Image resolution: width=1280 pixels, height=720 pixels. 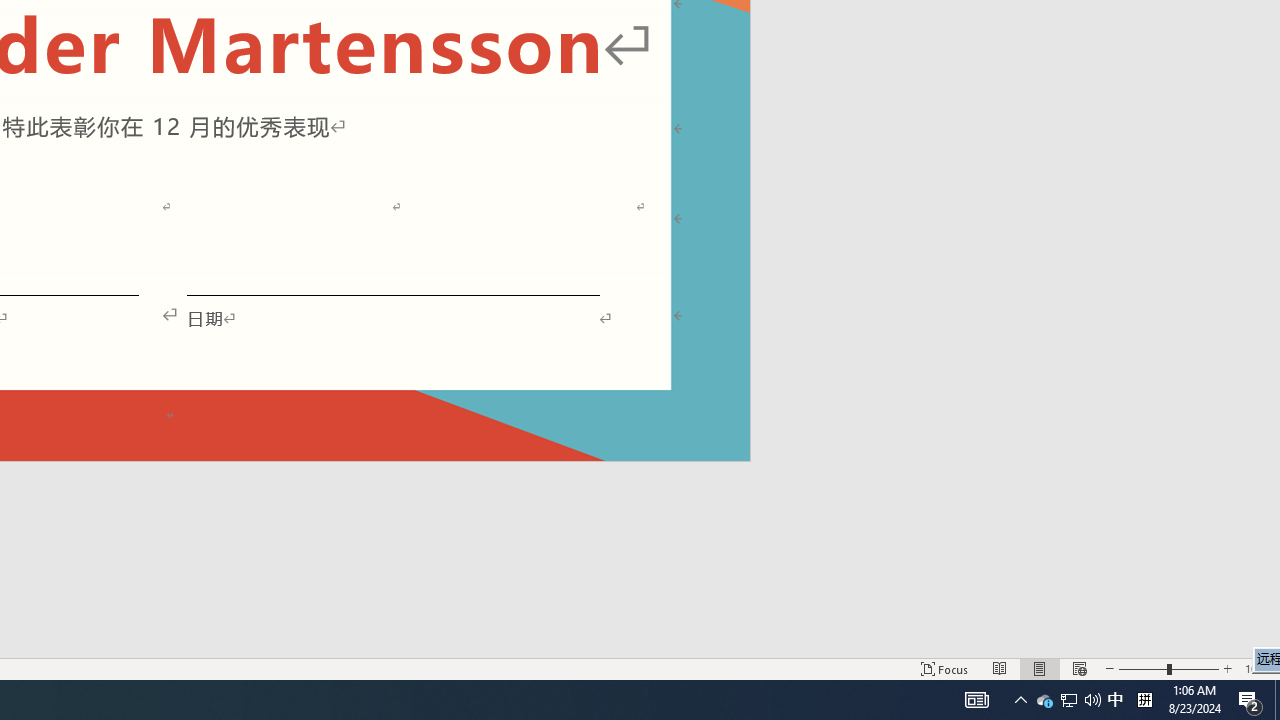 What do you see at coordinates (1226, 669) in the screenshot?
I see `'Zoom In'` at bounding box center [1226, 669].